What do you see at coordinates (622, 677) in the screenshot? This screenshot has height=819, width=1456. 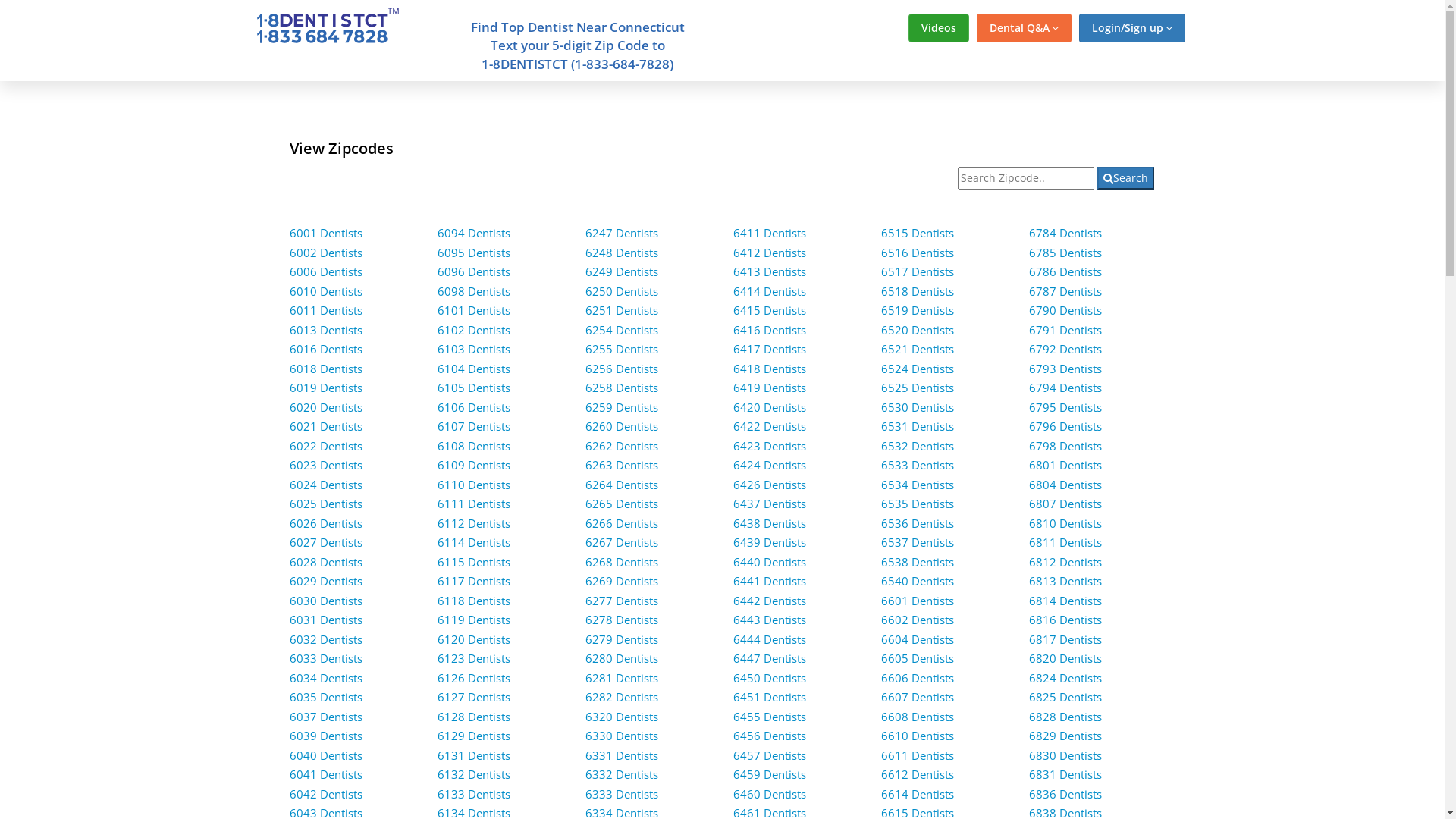 I see `'6281 Dentists'` at bounding box center [622, 677].